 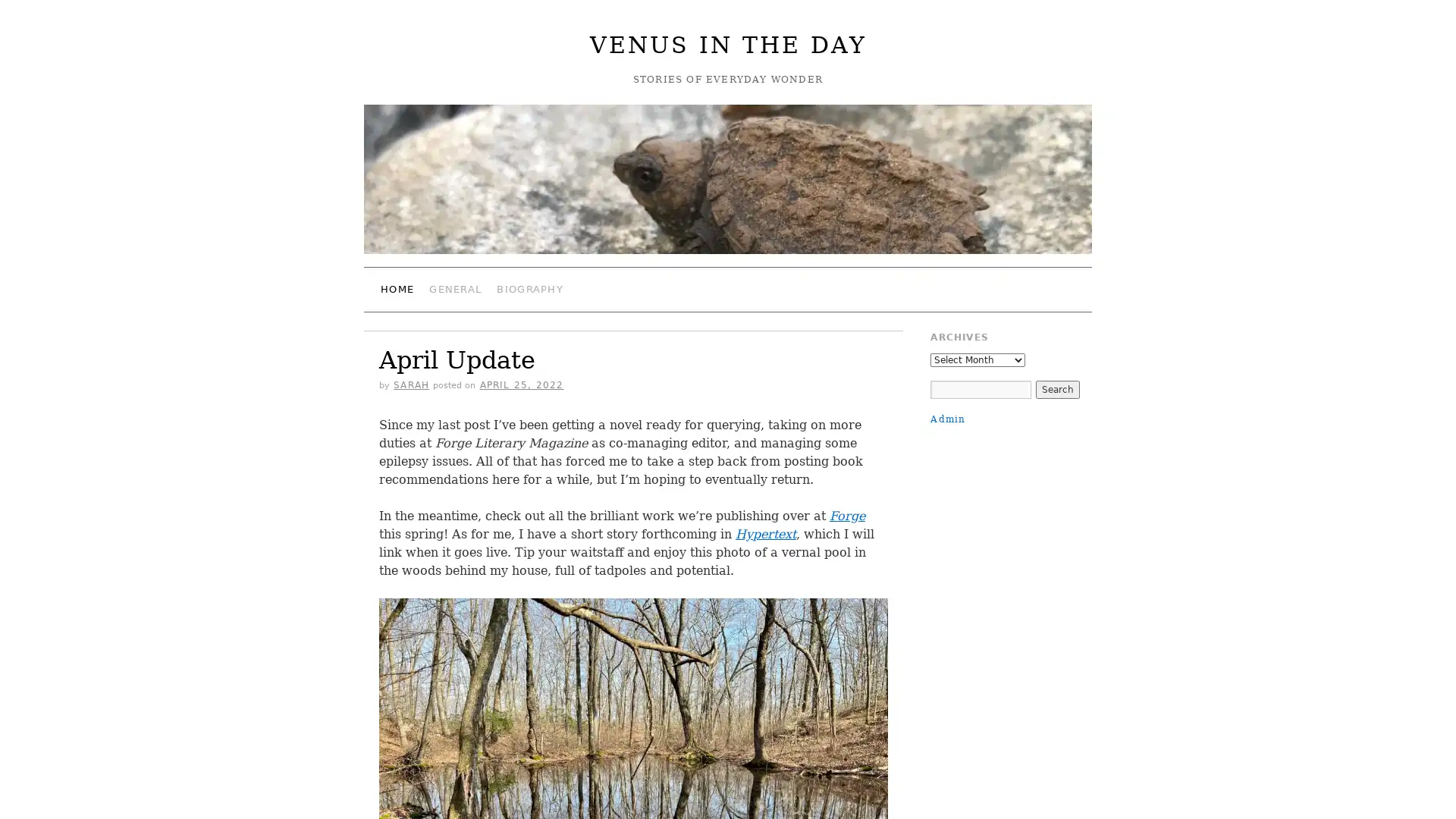 What do you see at coordinates (1056, 388) in the screenshot?
I see `Search` at bounding box center [1056, 388].